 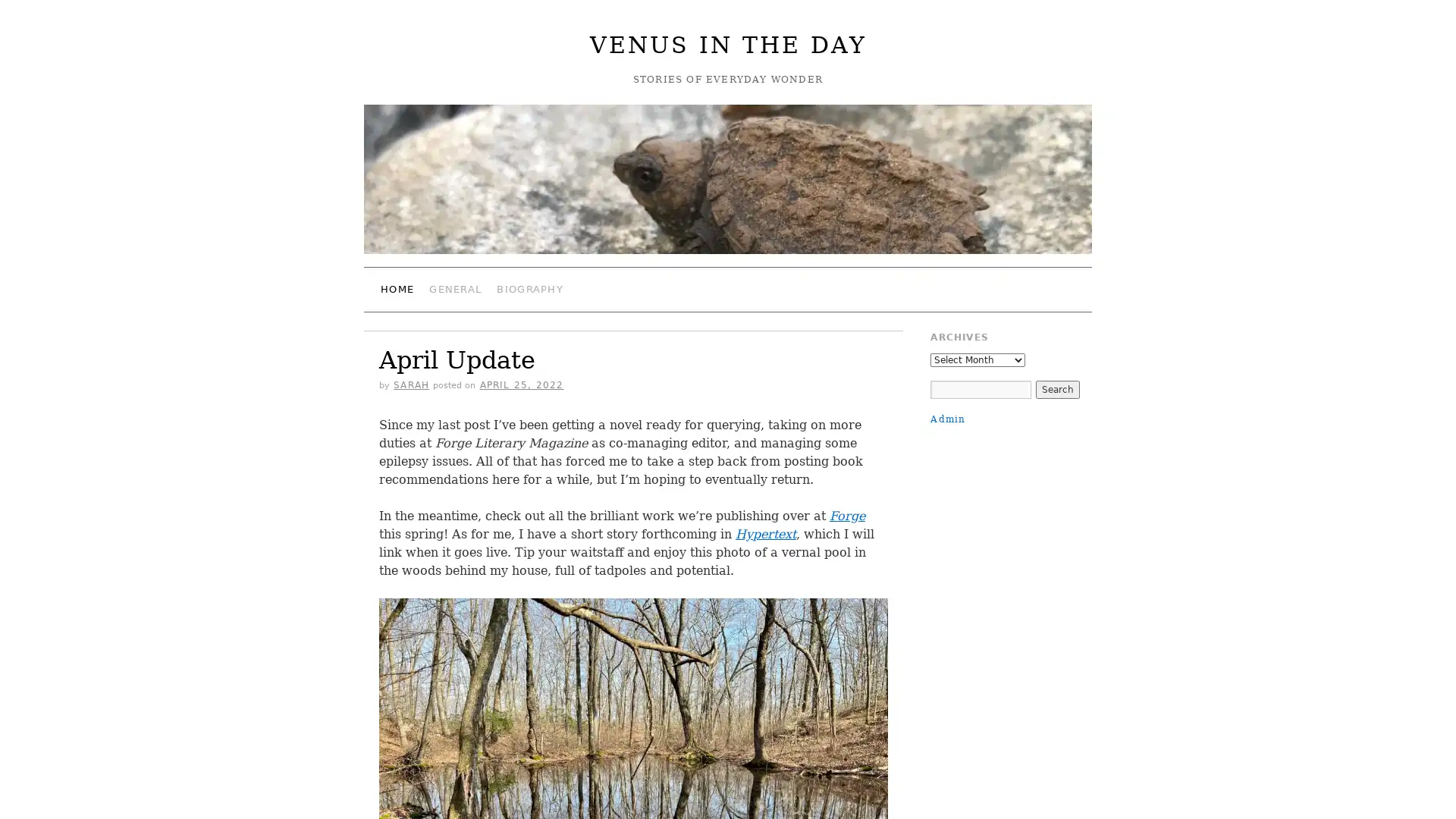 What do you see at coordinates (1056, 388) in the screenshot?
I see `Search` at bounding box center [1056, 388].